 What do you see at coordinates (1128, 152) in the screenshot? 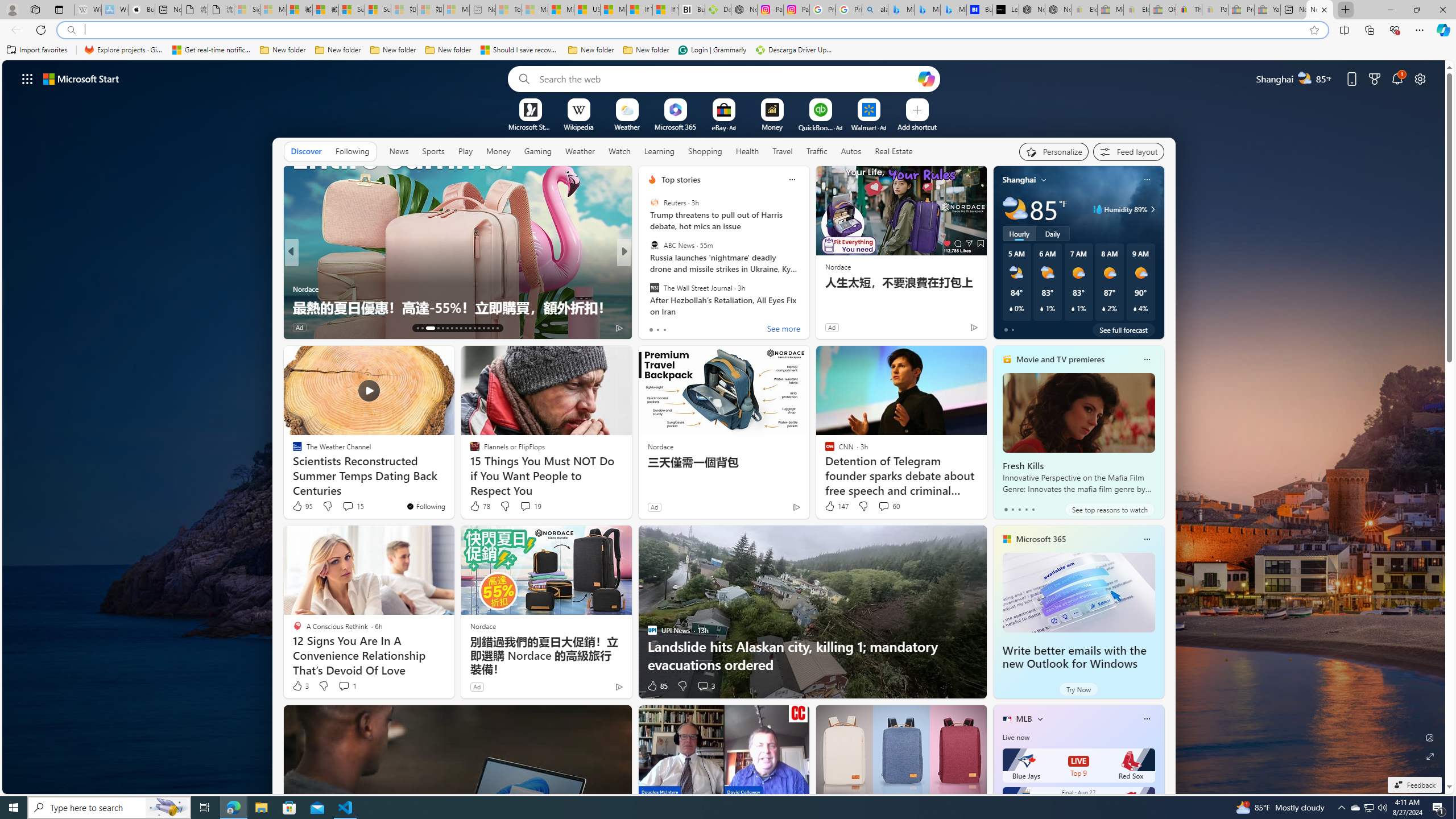
I see `'Feed settings'` at bounding box center [1128, 152].